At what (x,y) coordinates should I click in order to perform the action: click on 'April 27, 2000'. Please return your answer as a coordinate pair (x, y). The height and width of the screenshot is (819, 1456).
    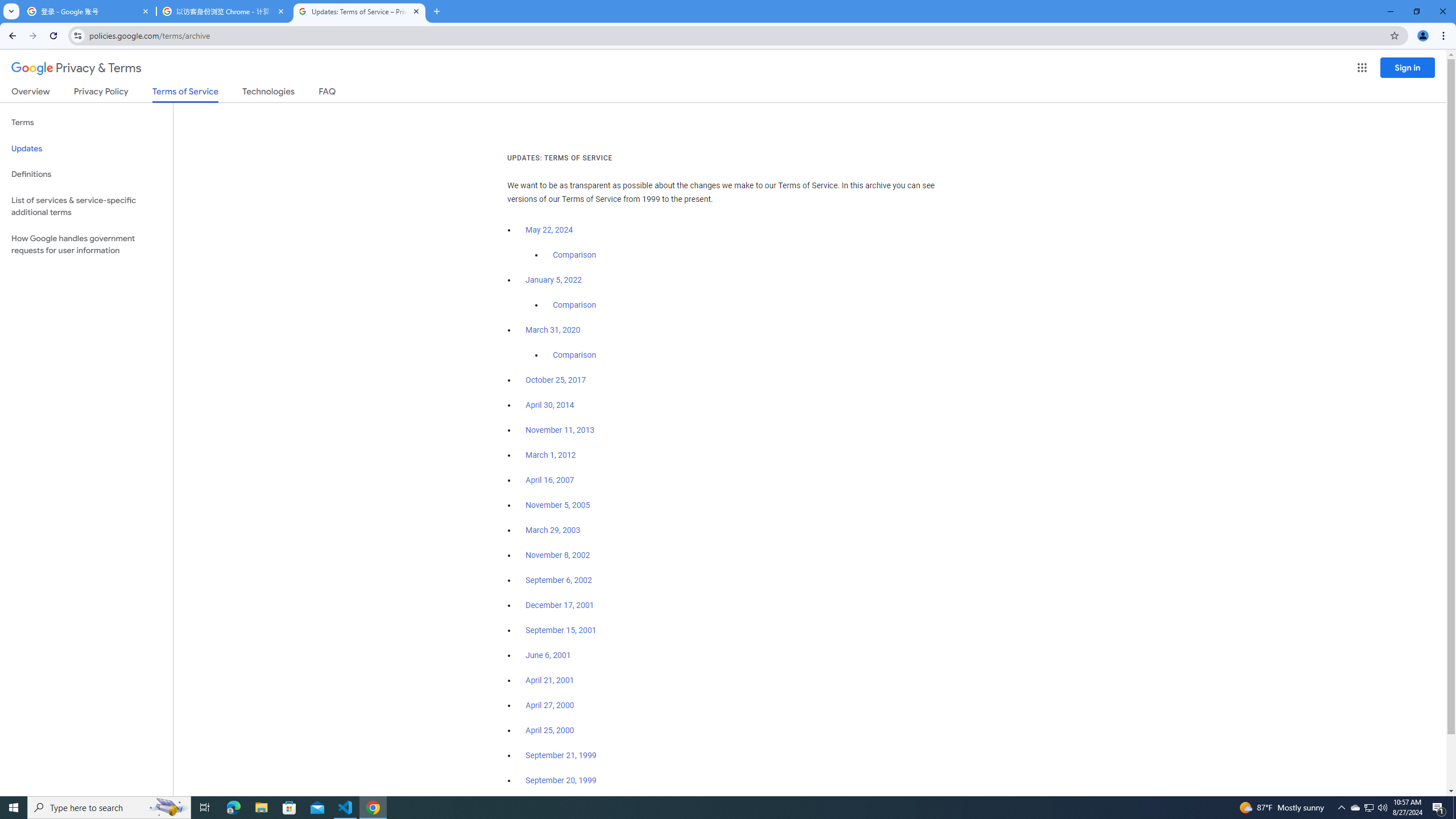
    Looking at the image, I should click on (549, 704).